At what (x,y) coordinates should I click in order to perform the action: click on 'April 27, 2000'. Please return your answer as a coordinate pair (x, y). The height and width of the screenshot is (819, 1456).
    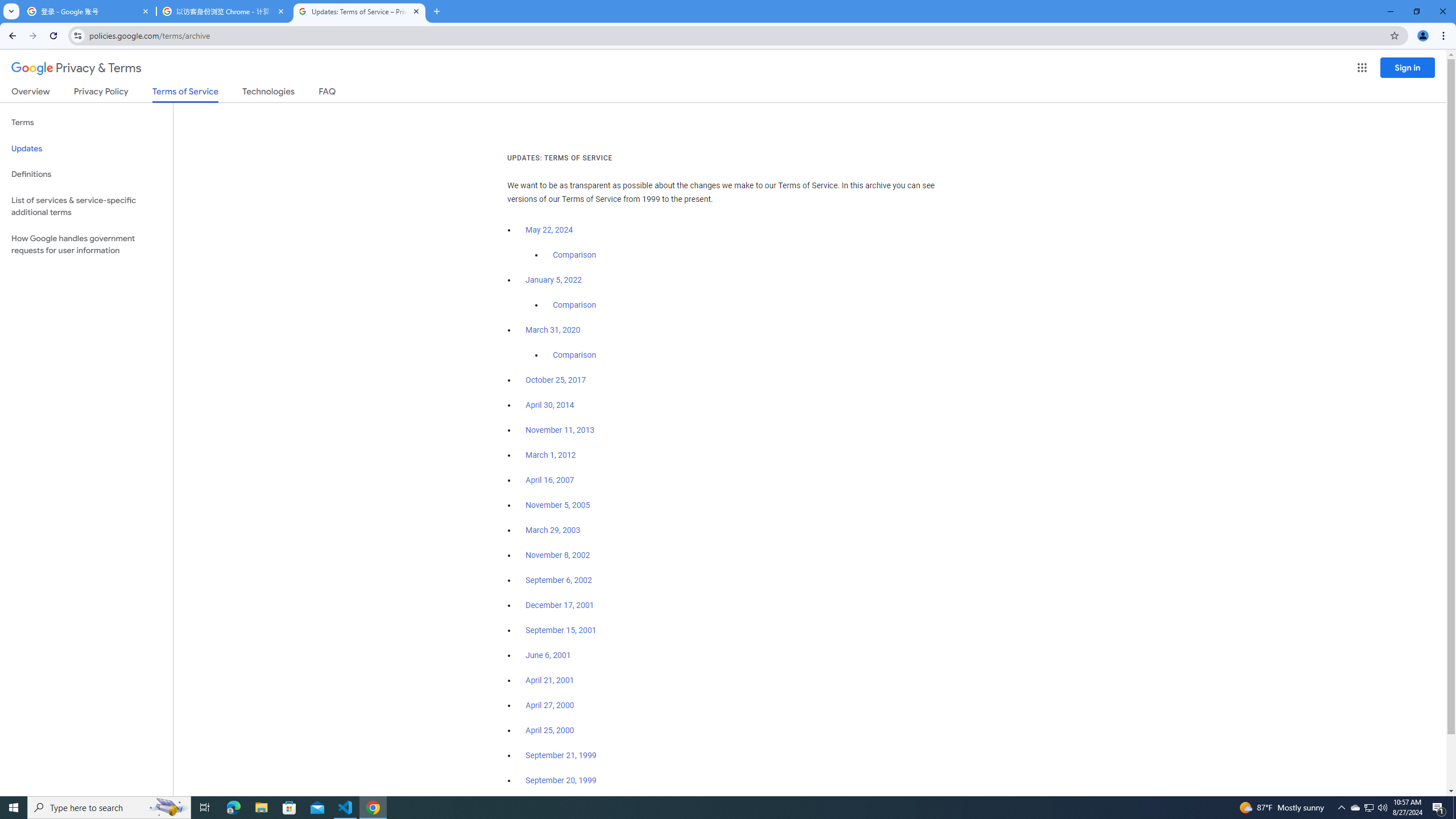
    Looking at the image, I should click on (549, 704).